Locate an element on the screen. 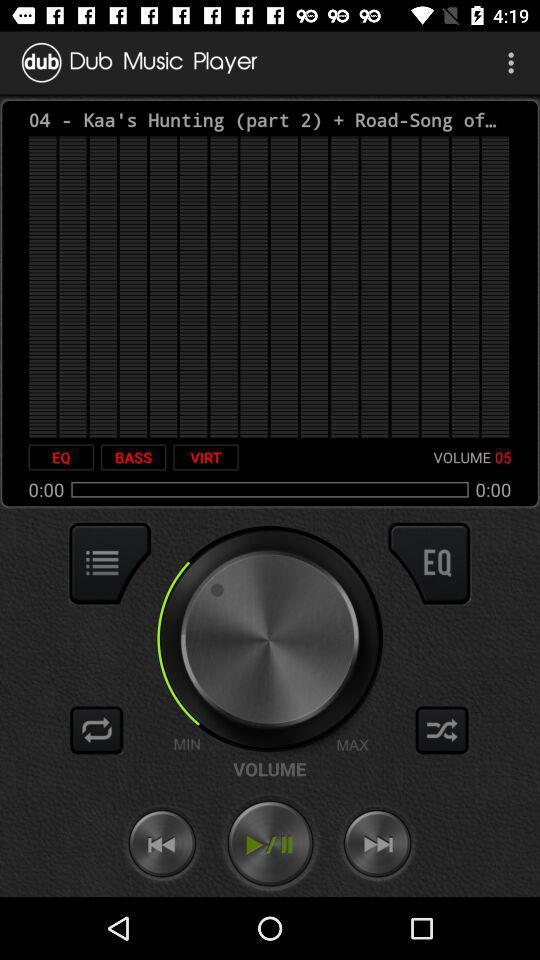 This screenshot has width=540, height=960. next track is located at coordinates (377, 843).